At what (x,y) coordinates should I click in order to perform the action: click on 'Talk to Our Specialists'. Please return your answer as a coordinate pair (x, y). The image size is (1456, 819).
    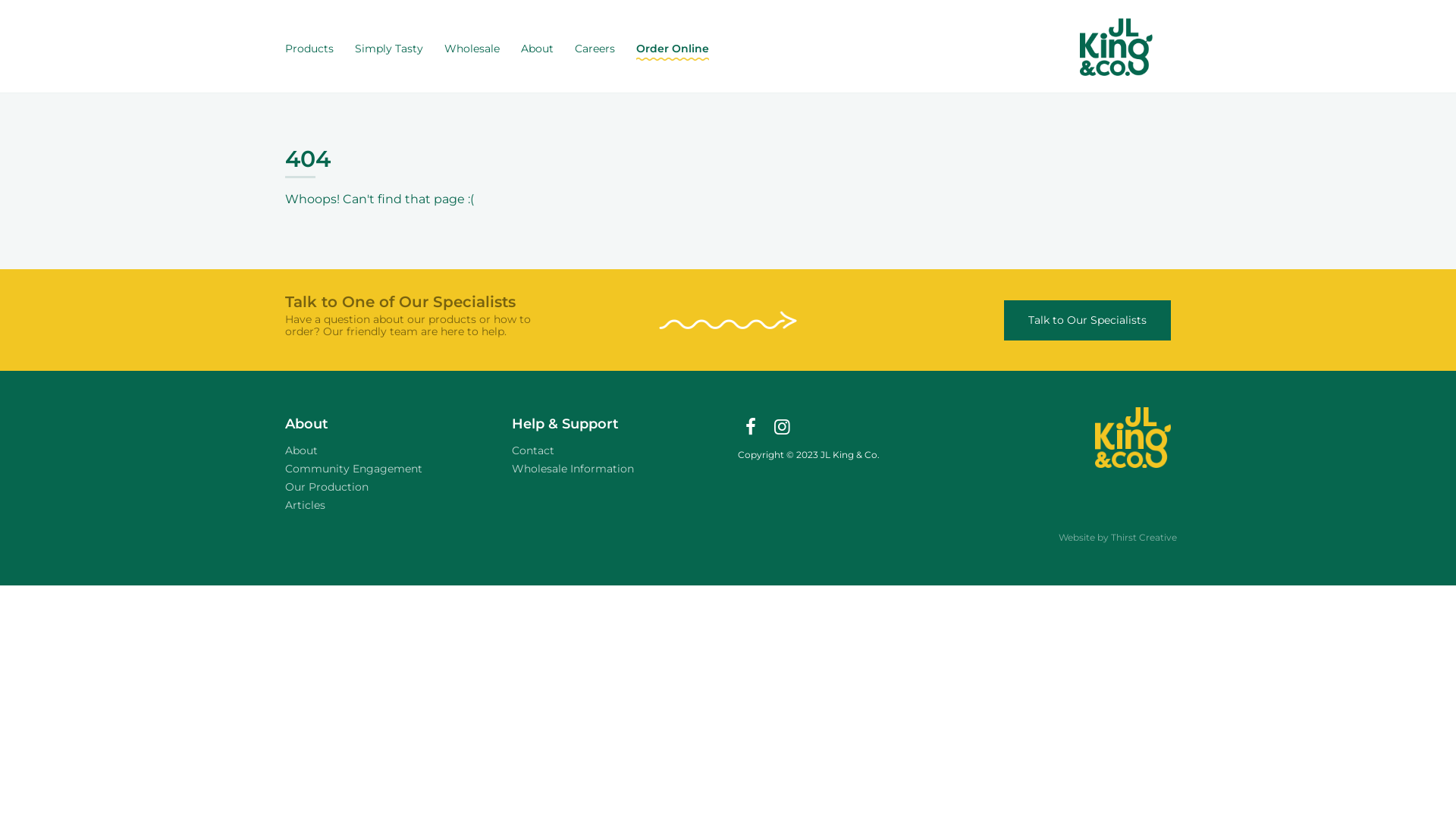
    Looking at the image, I should click on (1004, 319).